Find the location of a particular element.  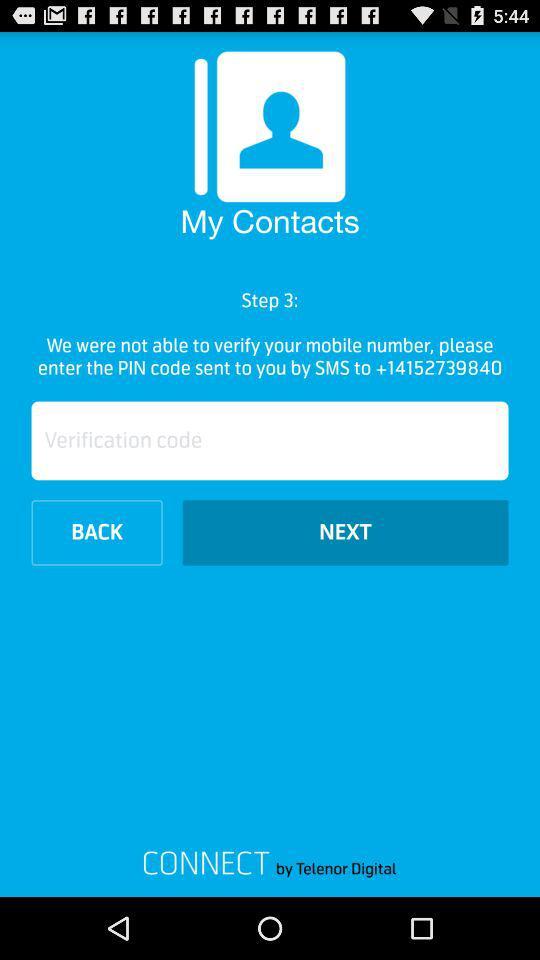

the icon above the back item is located at coordinates (270, 440).